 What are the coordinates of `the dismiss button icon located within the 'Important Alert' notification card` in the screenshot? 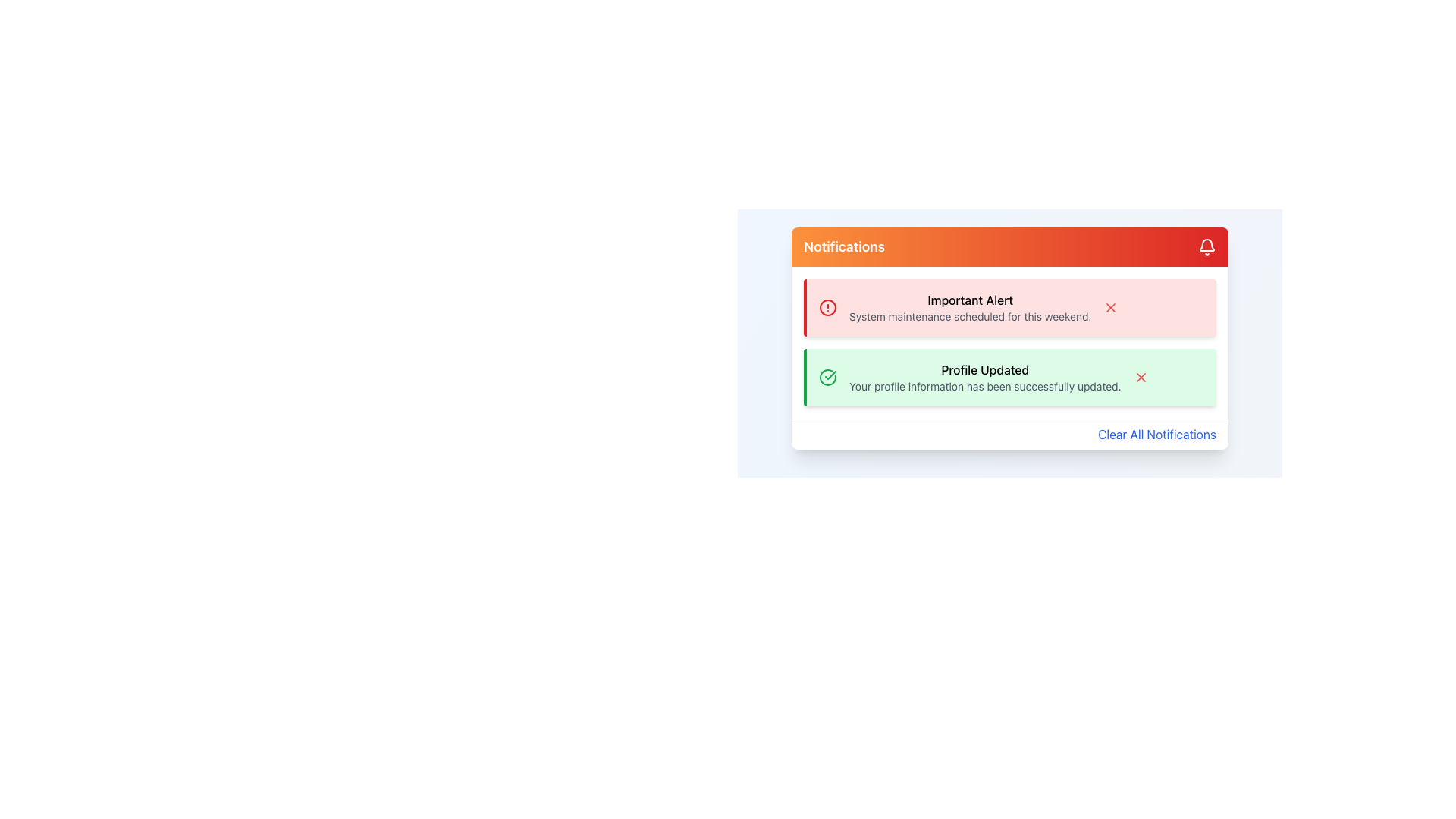 It's located at (1111, 307).